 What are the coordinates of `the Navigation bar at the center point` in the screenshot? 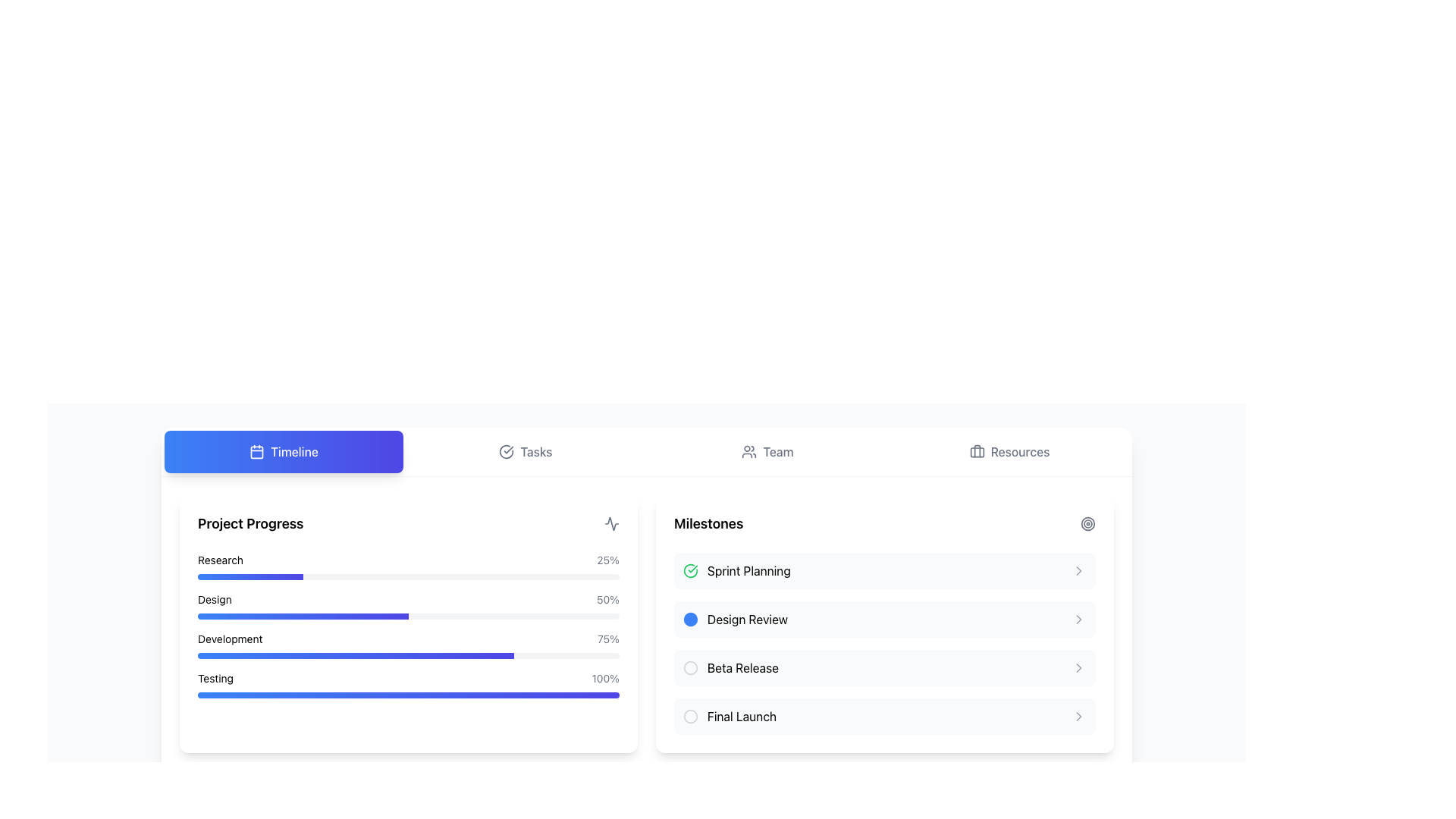 It's located at (647, 451).